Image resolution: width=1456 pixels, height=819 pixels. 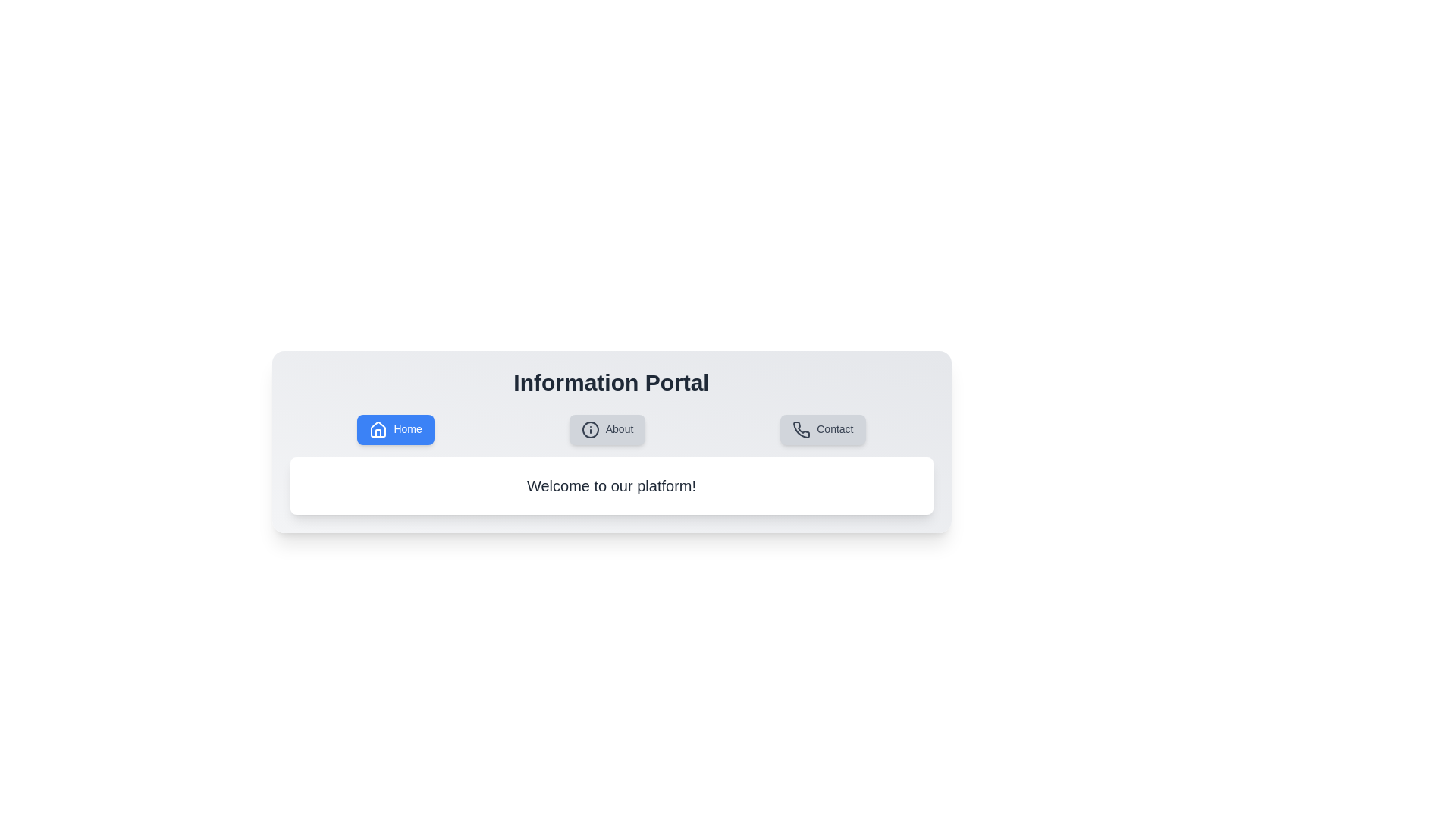 What do you see at coordinates (801, 430) in the screenshot?
I see `the phone handset icon located inside the 'Contact' button, which is the third button in a row below the 'Information Portal' title` at bounding box center [801, 430].